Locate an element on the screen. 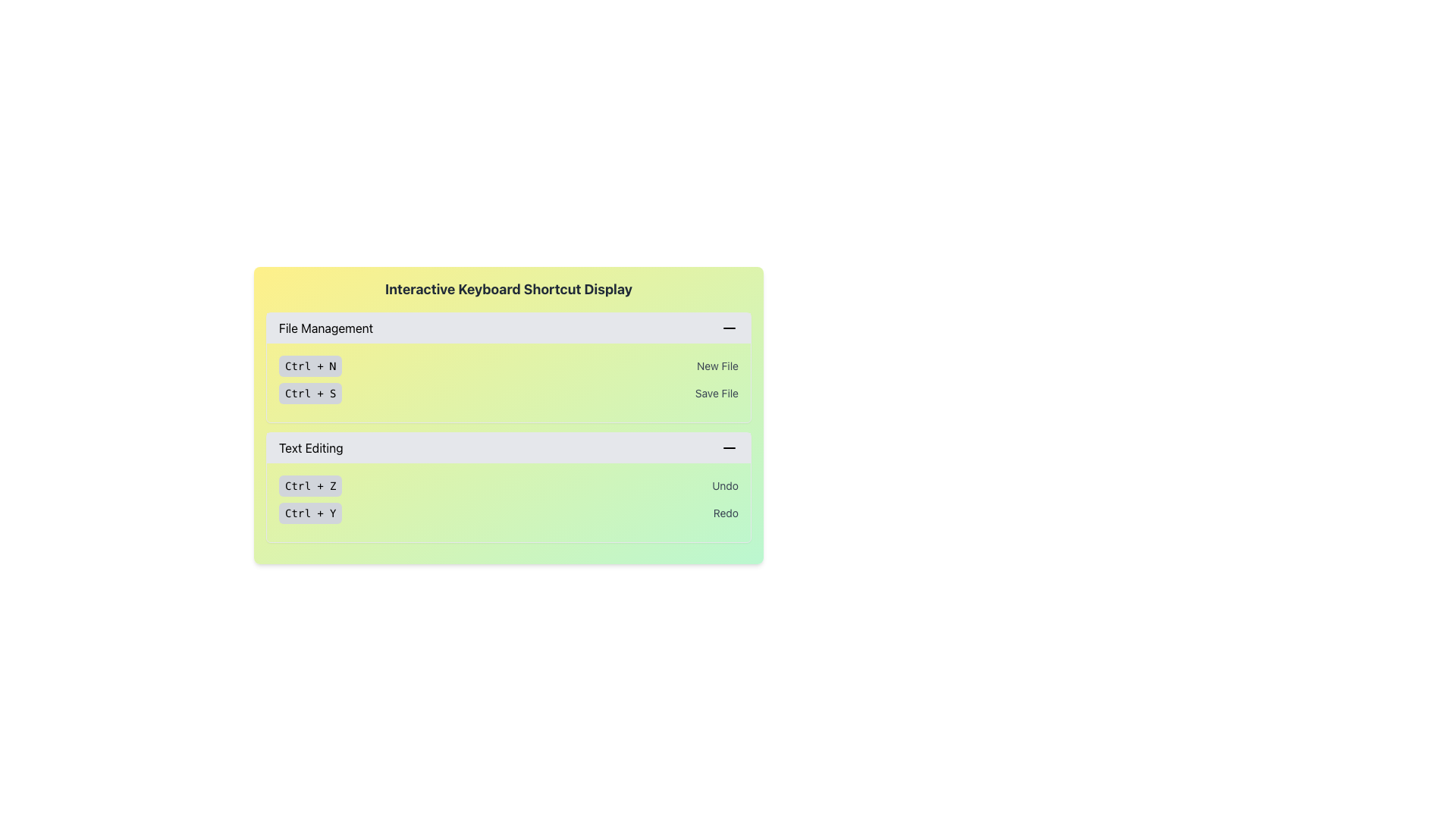 This screenshot has width=1456, height=819. the minus icon located on the far right side of the 'Text Editing' section is located at coordinates (729, 447).